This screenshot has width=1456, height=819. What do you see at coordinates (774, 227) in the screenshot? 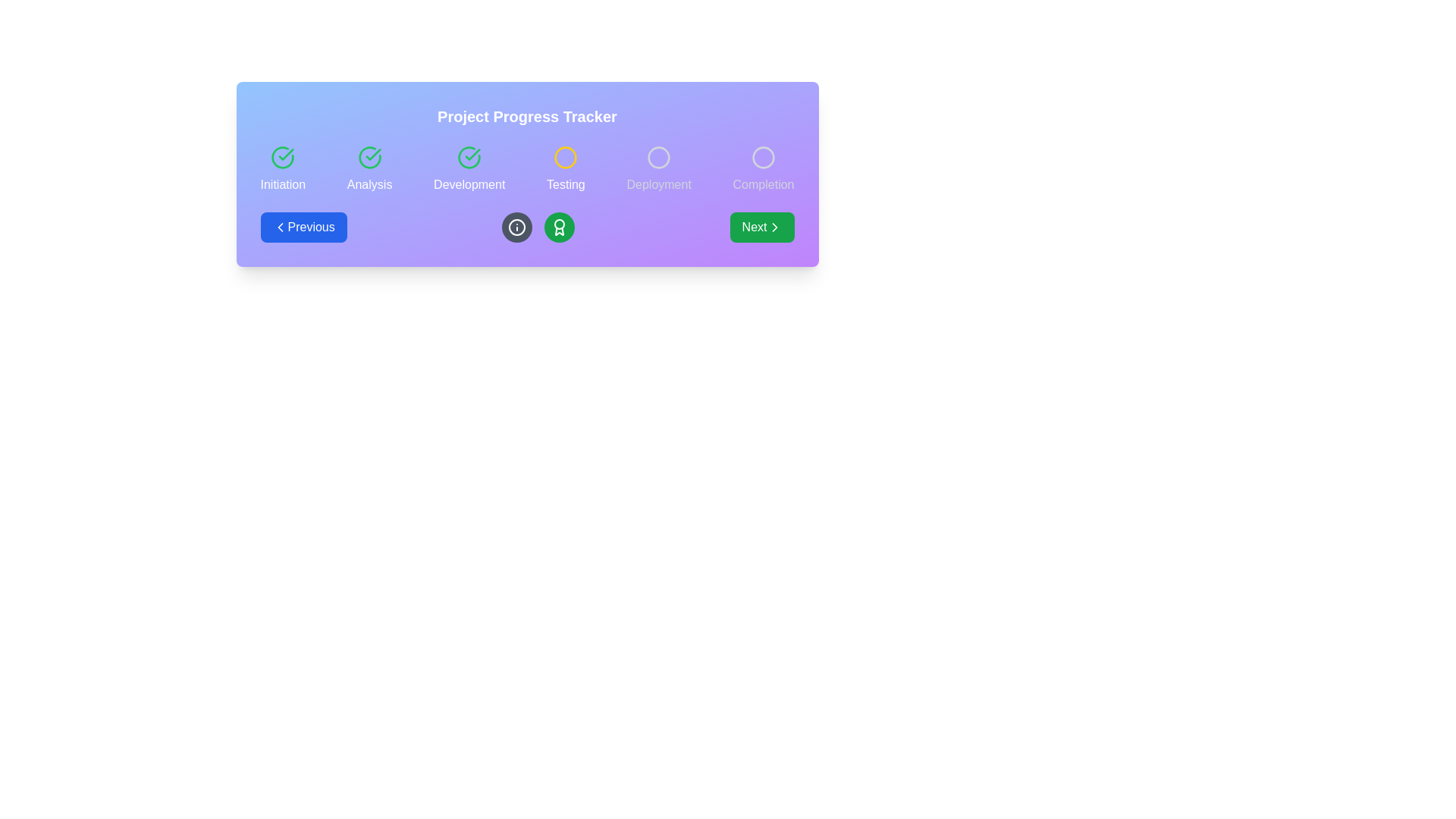
I see `the visual style of the small right-facing chevron icon within the 'Next' button located at the bottom-right corner of the interface` at bounding box center [774, 227].